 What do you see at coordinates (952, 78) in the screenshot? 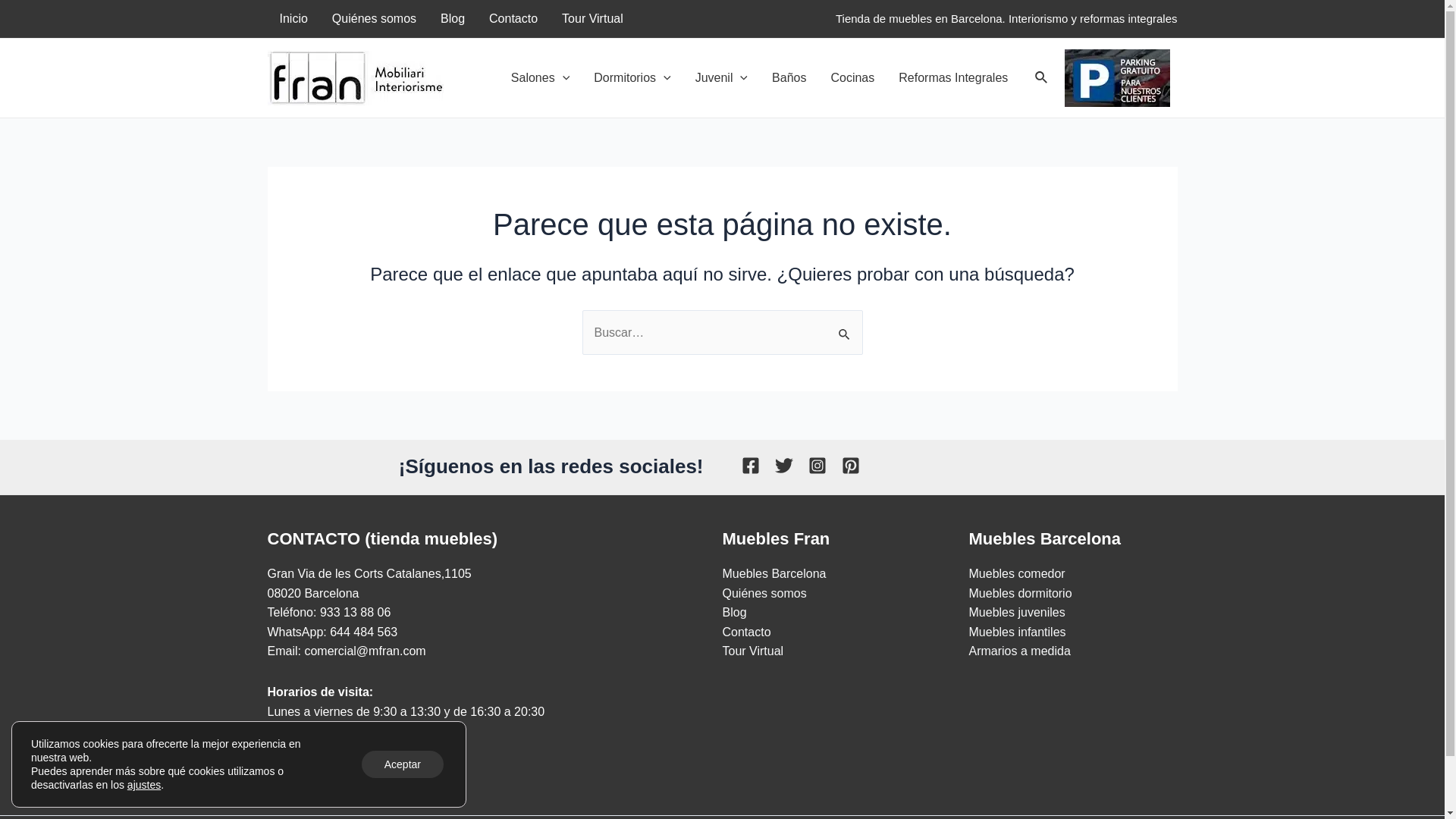
I see `'Reformas Integrales'` at bounding box center [952, 78].